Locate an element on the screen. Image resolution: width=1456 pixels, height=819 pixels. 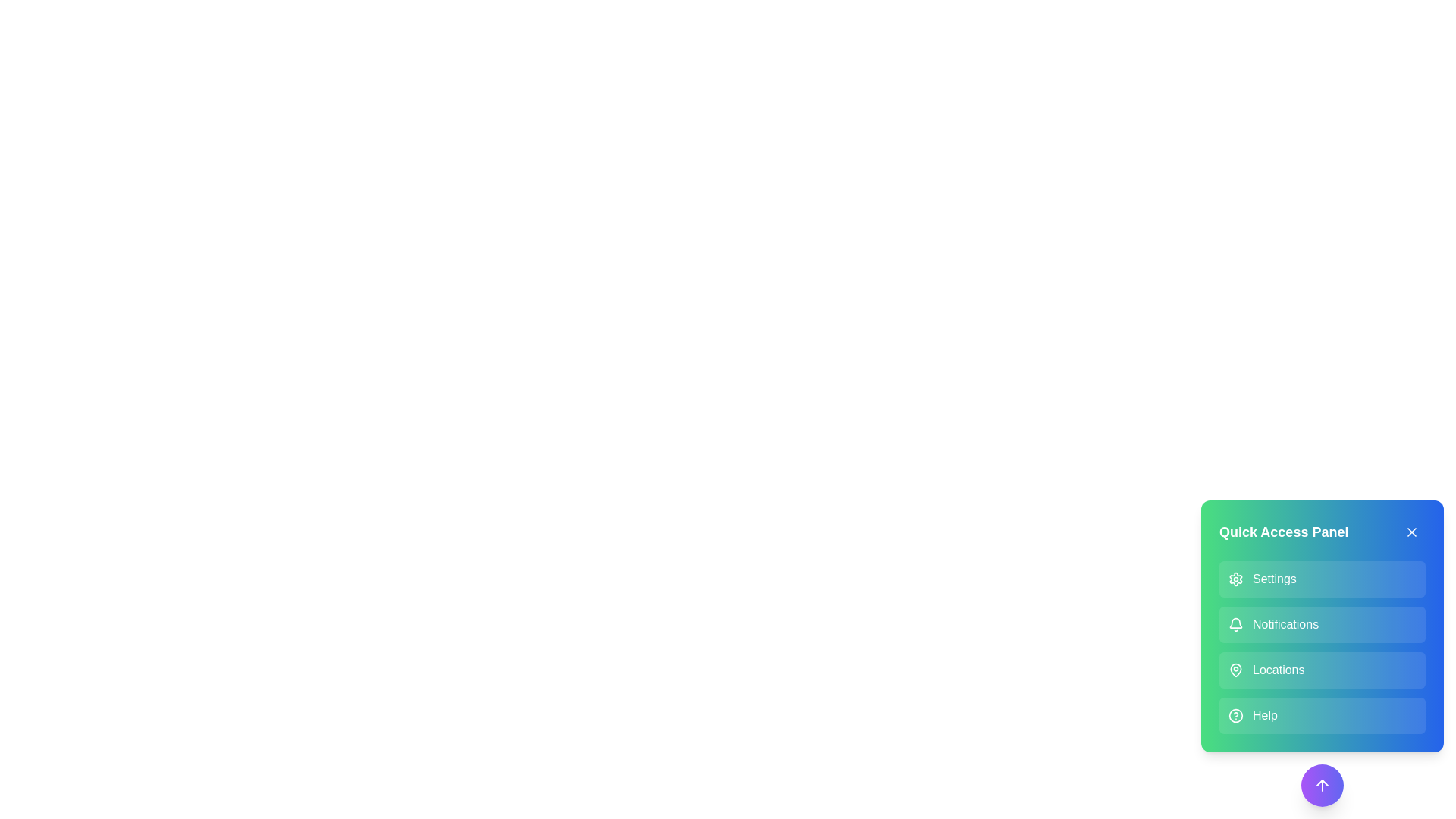
the Header text label that serves as a header for the menu or panel, positioned above the 'Settings' option and to the left of the close ('X') icon is located at coordinates (1321, 532).